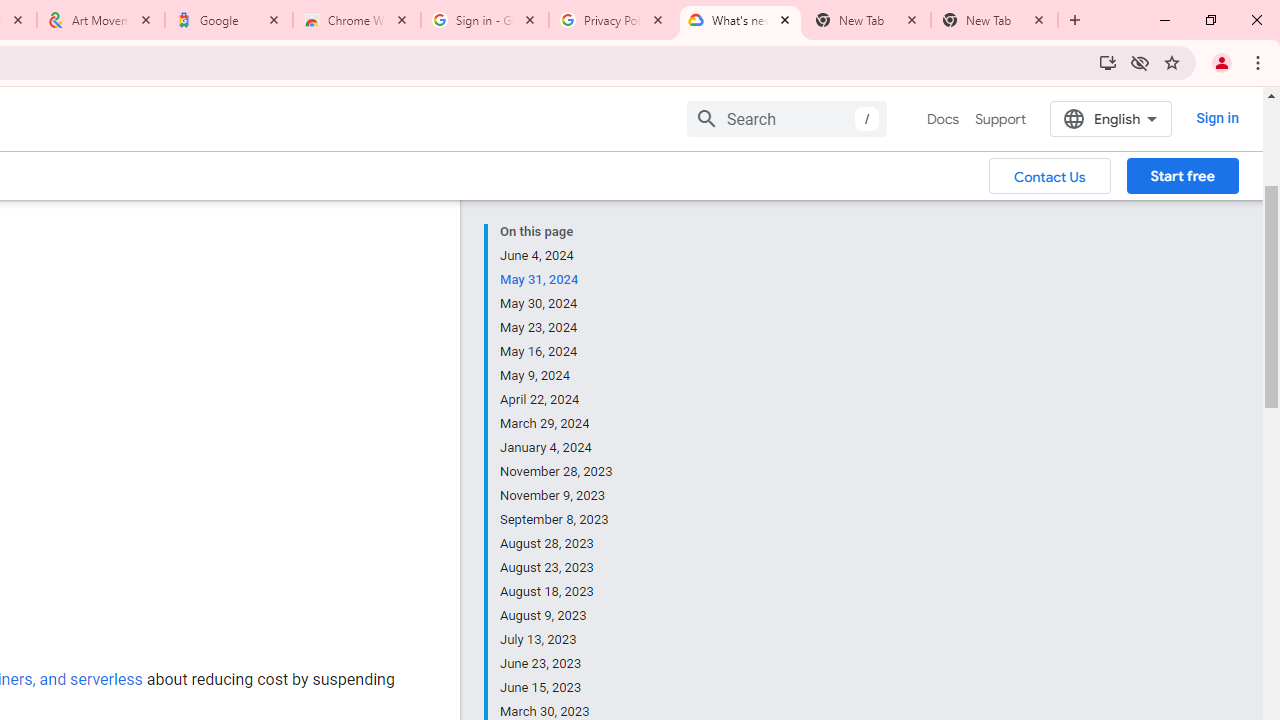  Describe the element at coordinates (941, 119) in the screenshot. I see `'Docs, selected'` at that location.